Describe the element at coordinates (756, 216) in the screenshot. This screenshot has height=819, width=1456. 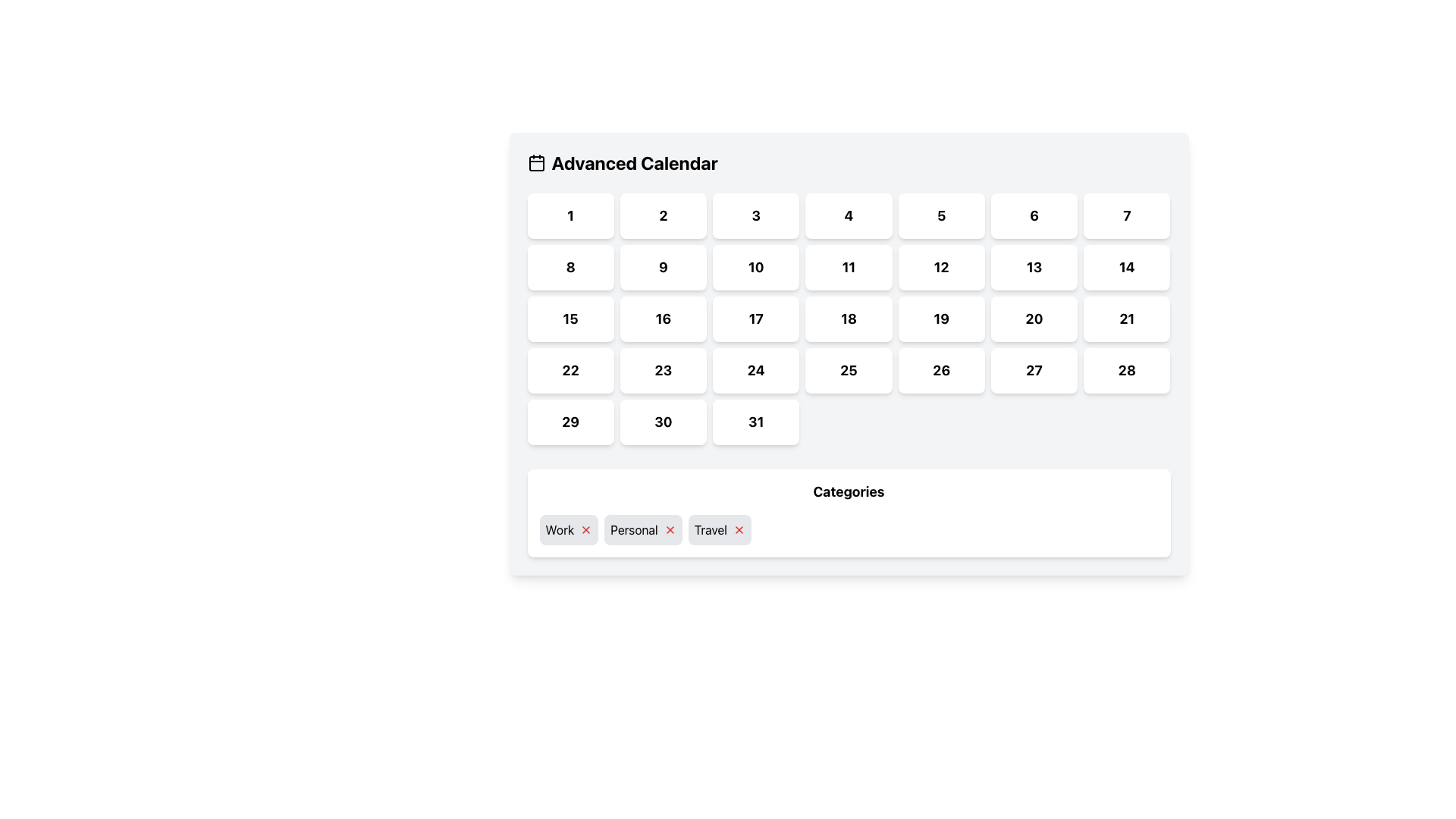
I see `the button representing the date number '3' in the calendar grid under the 'Advanced Calendar' title` at that location.